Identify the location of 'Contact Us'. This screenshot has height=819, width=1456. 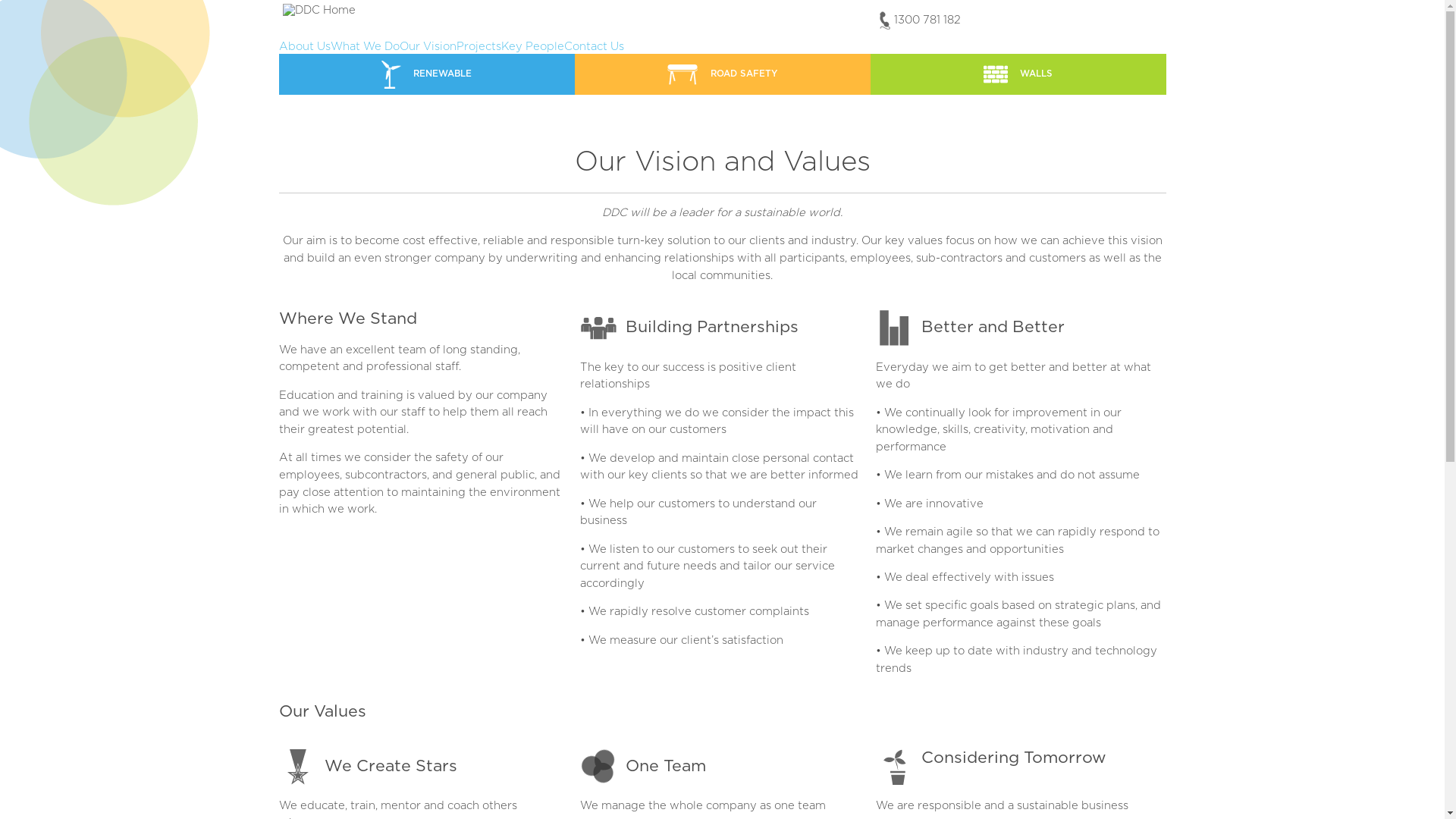
(593, 45).